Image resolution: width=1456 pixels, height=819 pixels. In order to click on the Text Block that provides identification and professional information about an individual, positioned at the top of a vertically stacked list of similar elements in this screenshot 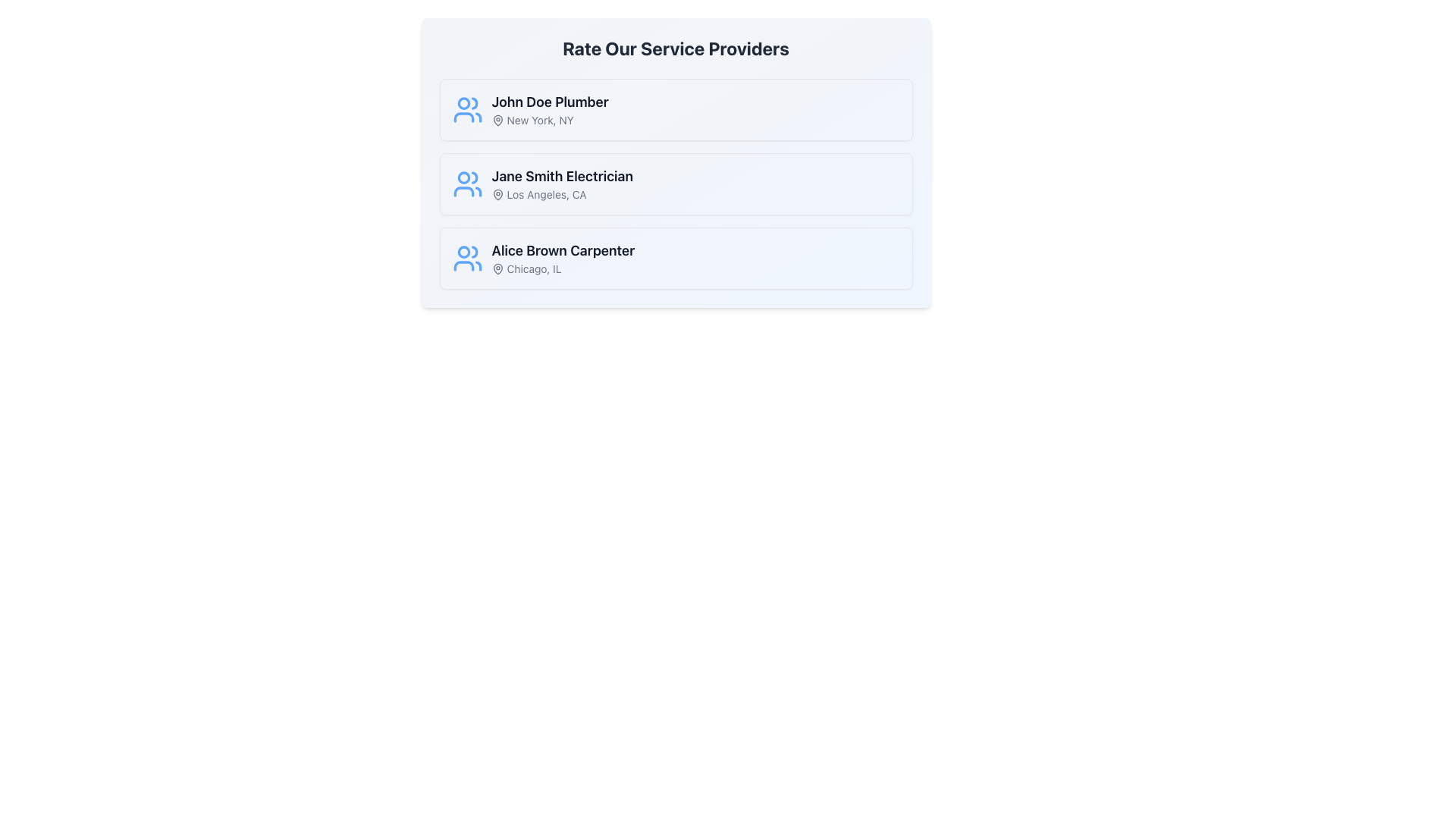, I will do `click(549, 109)`.